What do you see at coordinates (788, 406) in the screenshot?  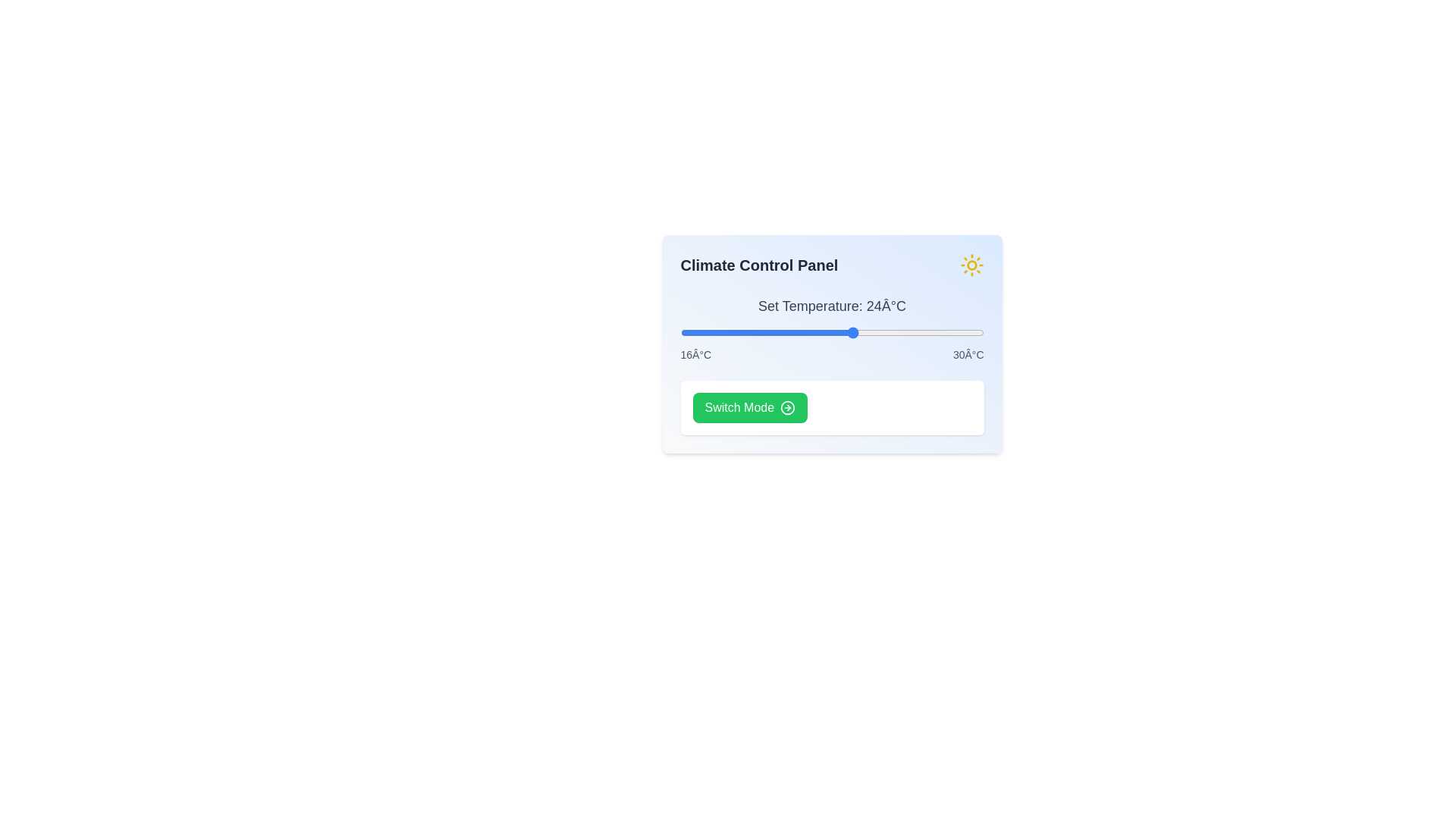 I see `the 'Switch Mode' button that contains the icon on the right side, which indicates a switch action` at bounding box center [788, 406].